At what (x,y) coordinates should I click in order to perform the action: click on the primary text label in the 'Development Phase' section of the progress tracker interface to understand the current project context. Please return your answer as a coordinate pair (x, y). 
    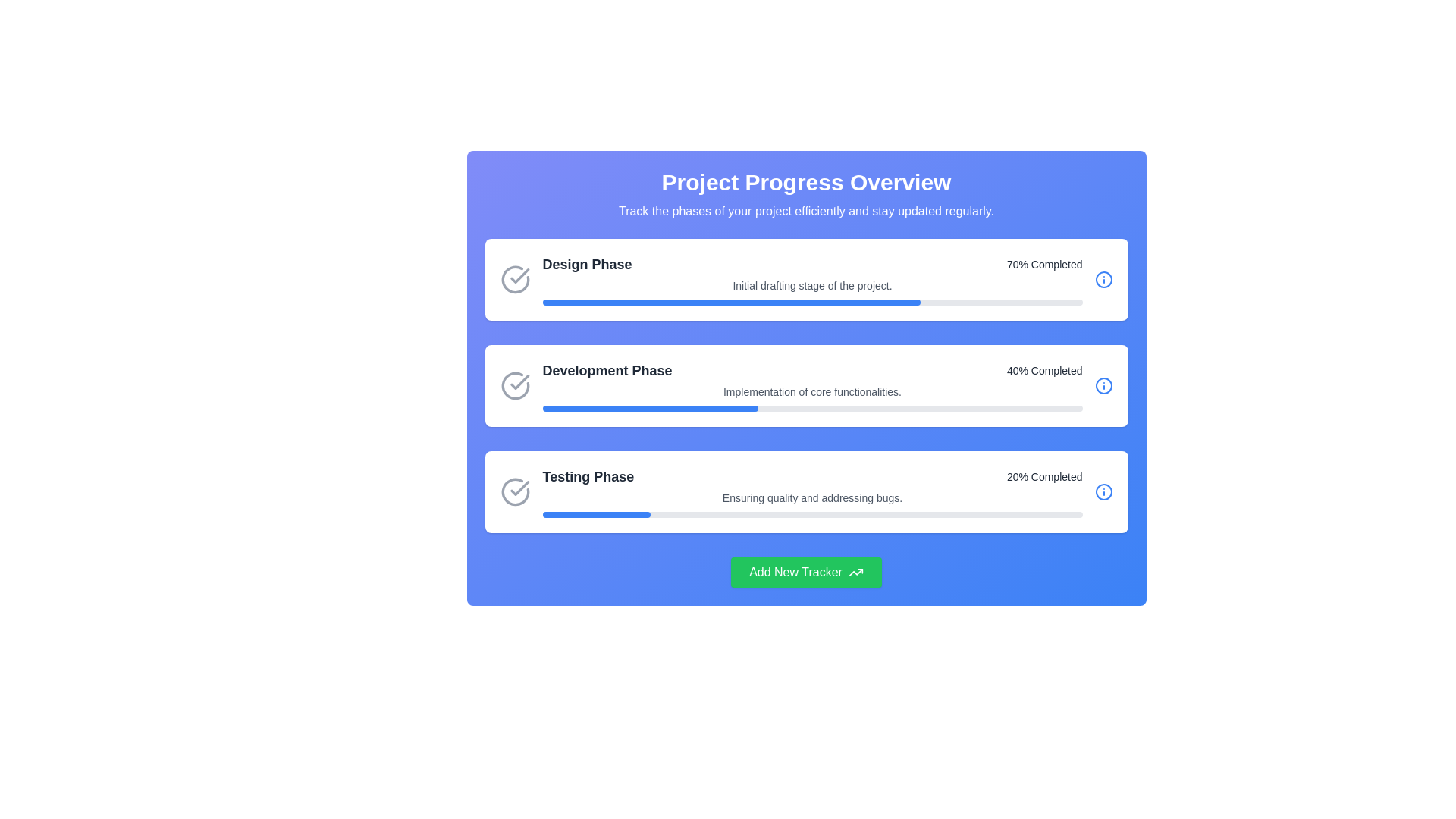
    Looking at the image, I should click on (607, 371).